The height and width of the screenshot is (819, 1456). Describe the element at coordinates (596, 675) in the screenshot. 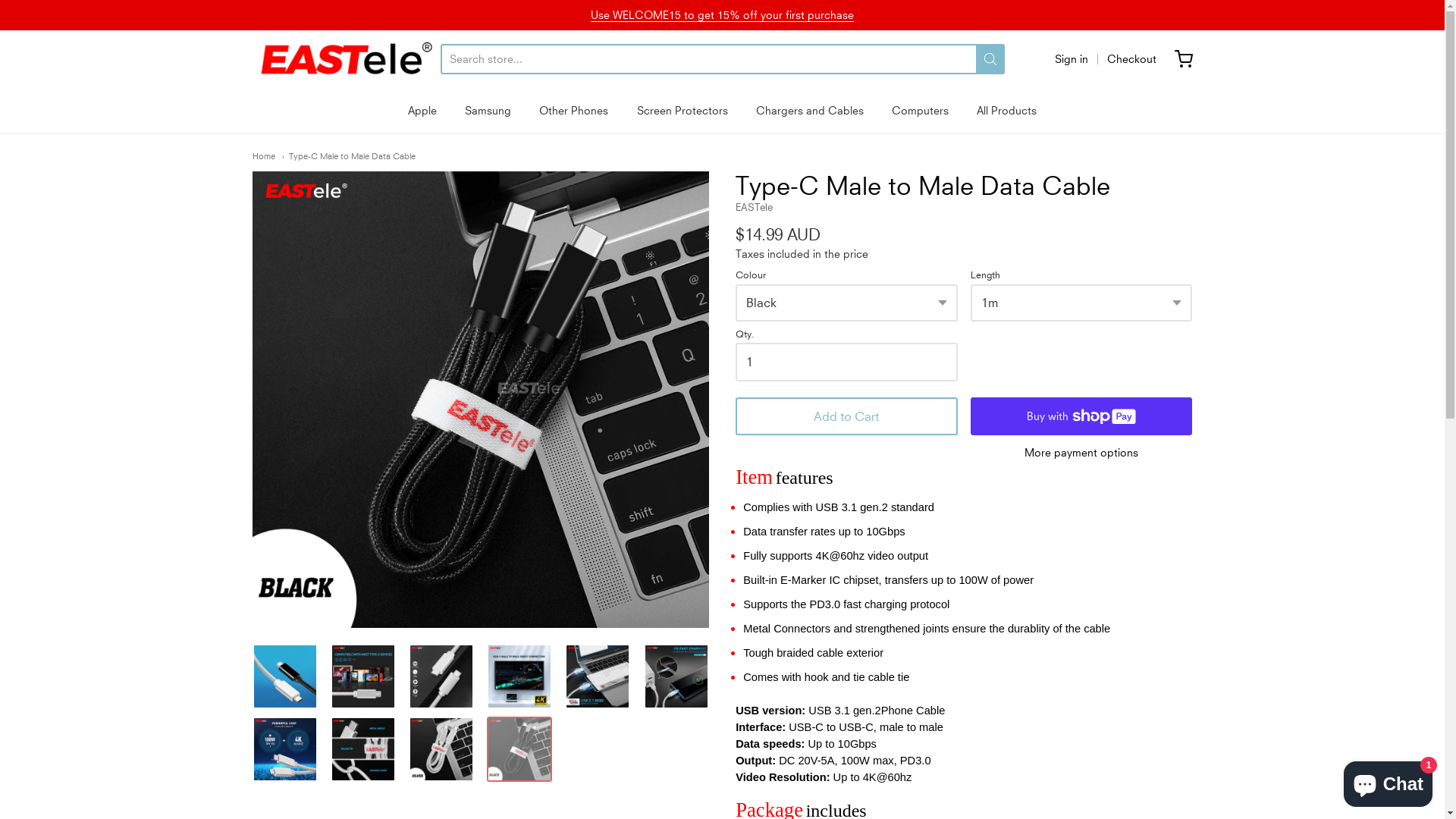

I see `'Type-C Male to Male Data Cable'` at that location.